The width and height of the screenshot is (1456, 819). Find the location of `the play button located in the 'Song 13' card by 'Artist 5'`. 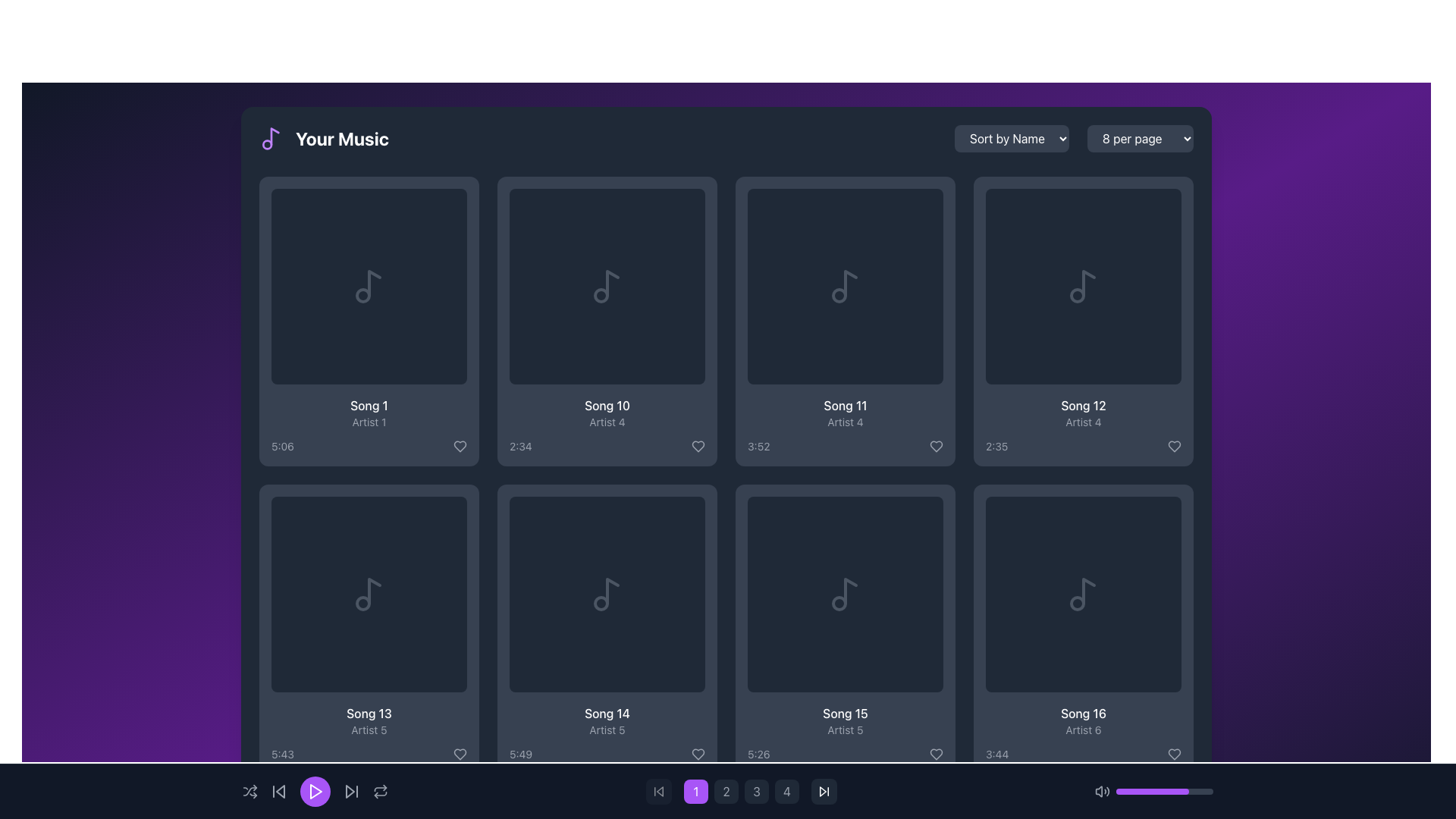

the play button located in the 'Song 13' card by 'Artist 5' is located at coordinates (369, 593).